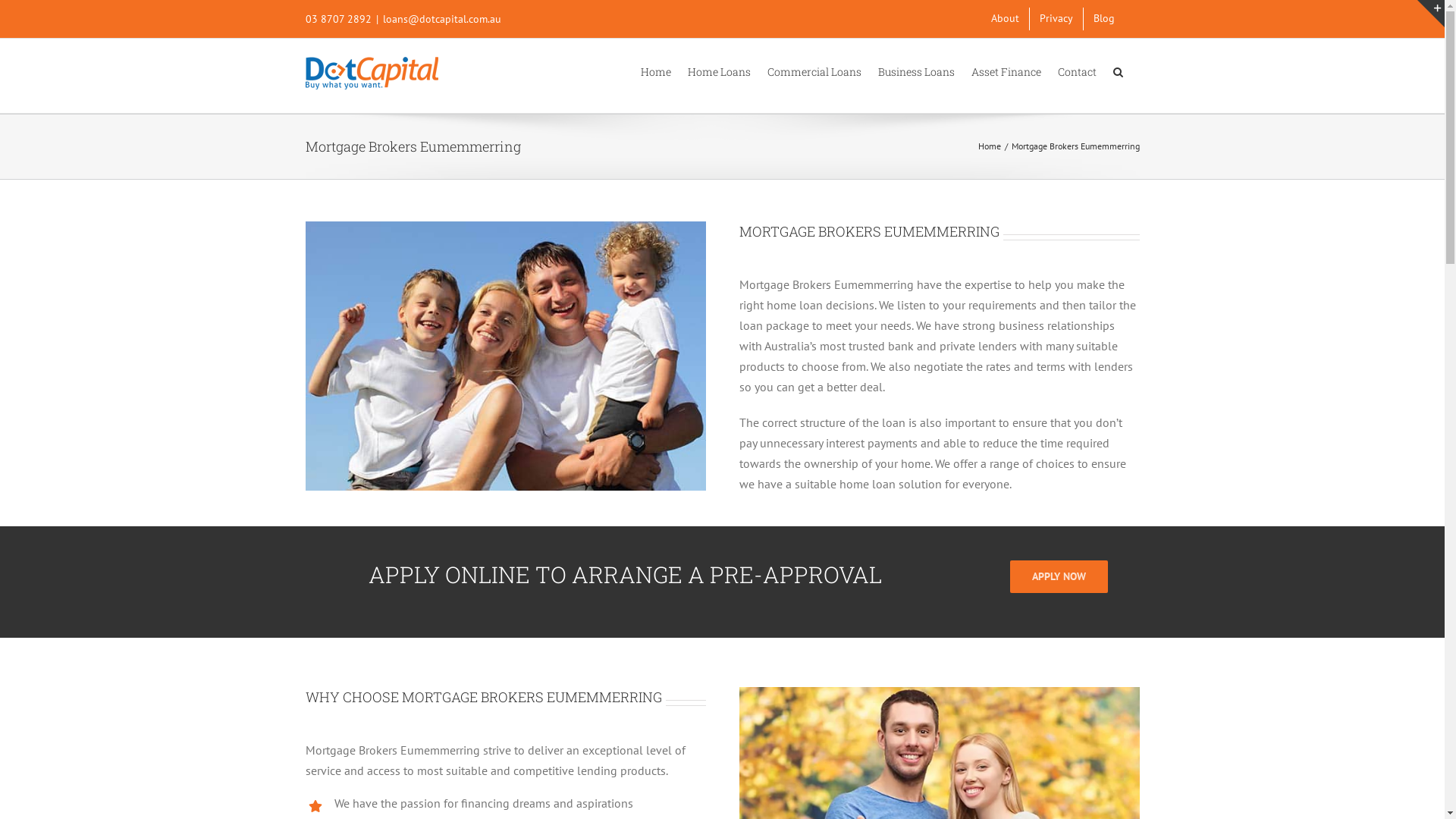 Image resolution: width=1456 pixels, height=819 pixels. I want to click on 'About', so click(1005, 18).